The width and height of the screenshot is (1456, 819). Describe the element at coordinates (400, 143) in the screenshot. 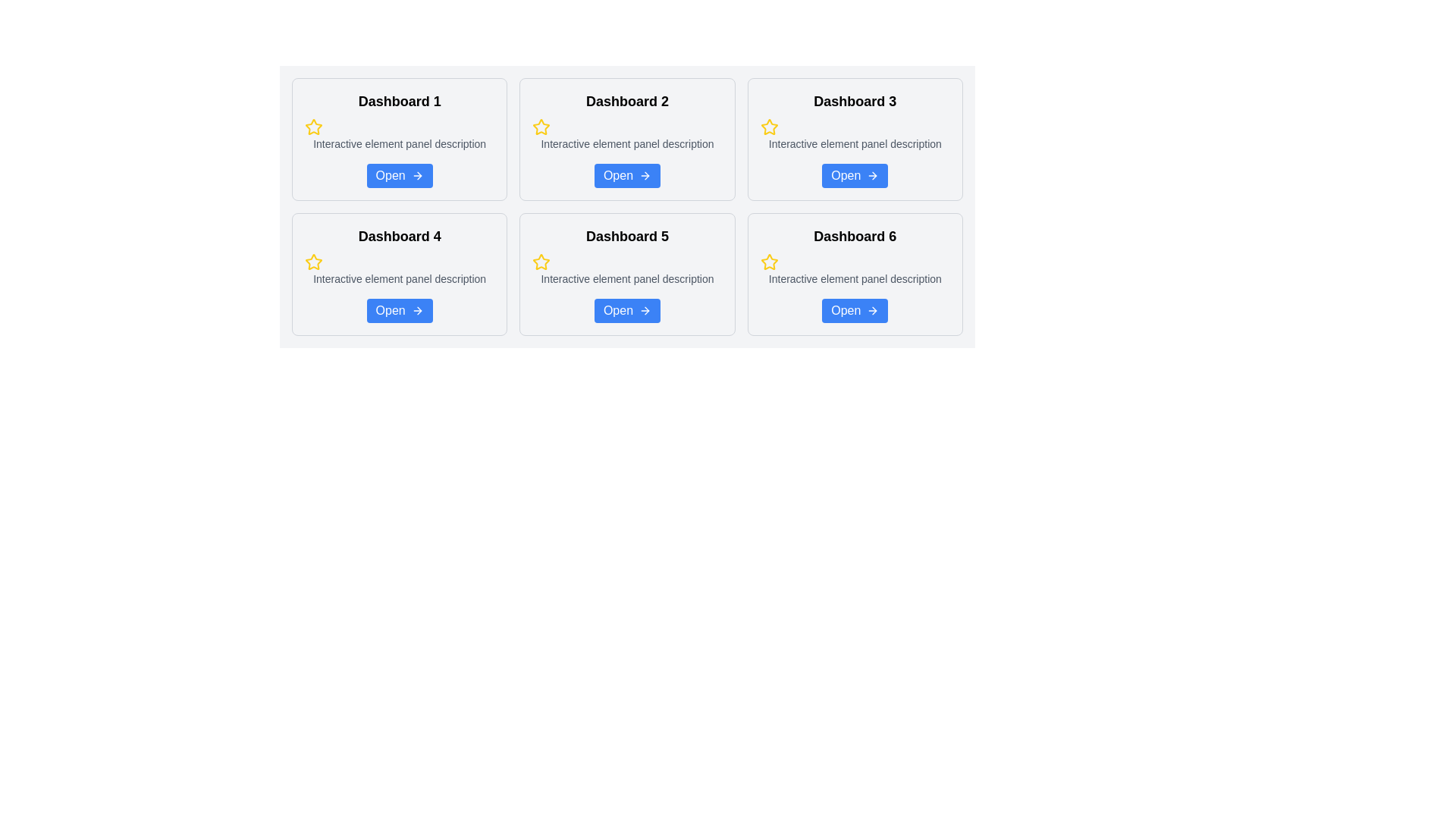

I see `the static text element displaying 'Interactive element panel description' located below 'Dashboard 1' and above the 'Open' button` at that location.